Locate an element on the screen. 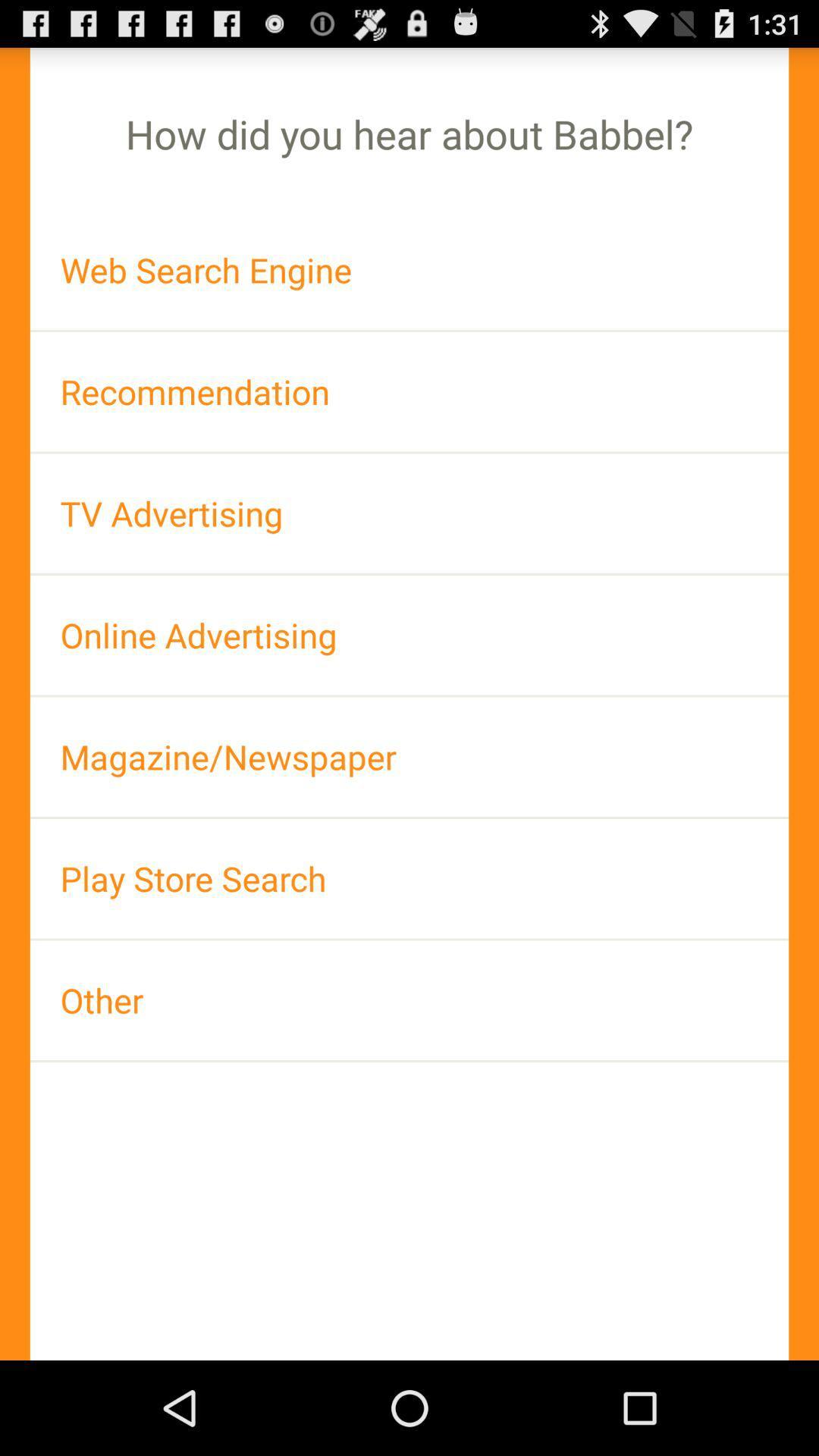 The image size is (819, 1456). the online advertising item is located at coordinates (409, 635).